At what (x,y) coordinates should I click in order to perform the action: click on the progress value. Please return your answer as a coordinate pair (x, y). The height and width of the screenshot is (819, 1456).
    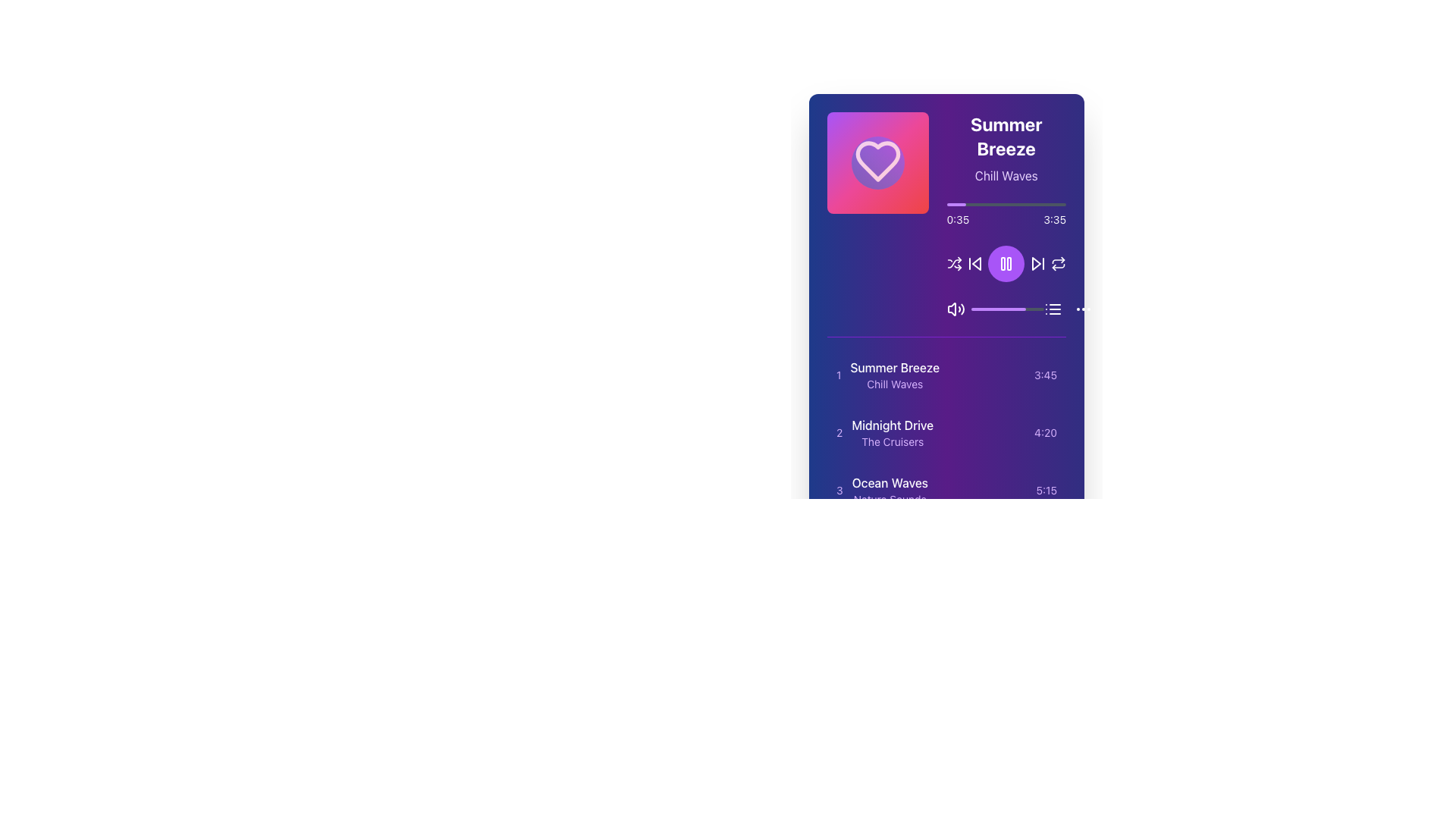
    Looking at the image, I should click on (1008, 309).